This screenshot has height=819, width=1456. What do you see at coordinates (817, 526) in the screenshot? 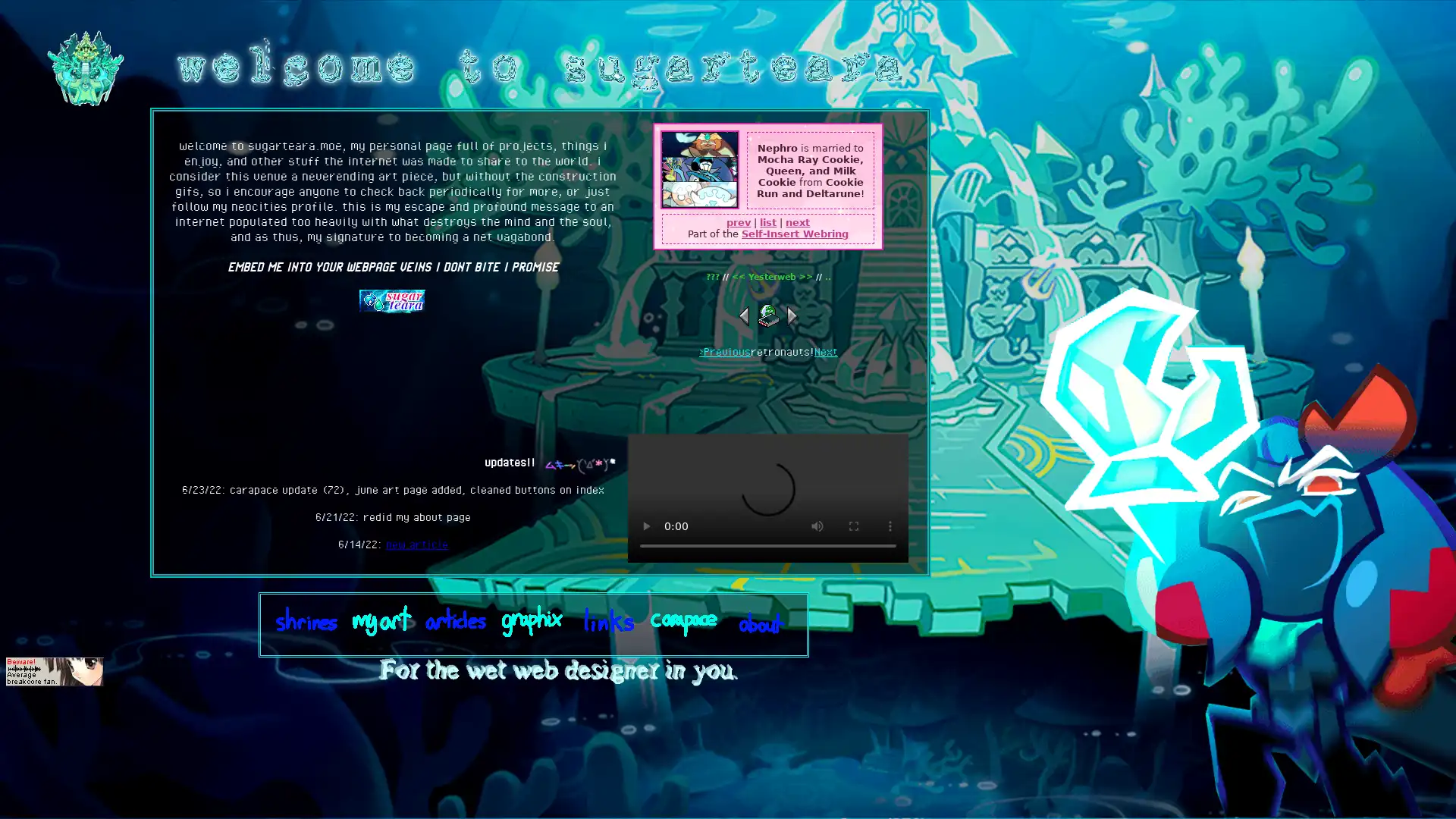
I see `mute` at bounding box center [817, 526].